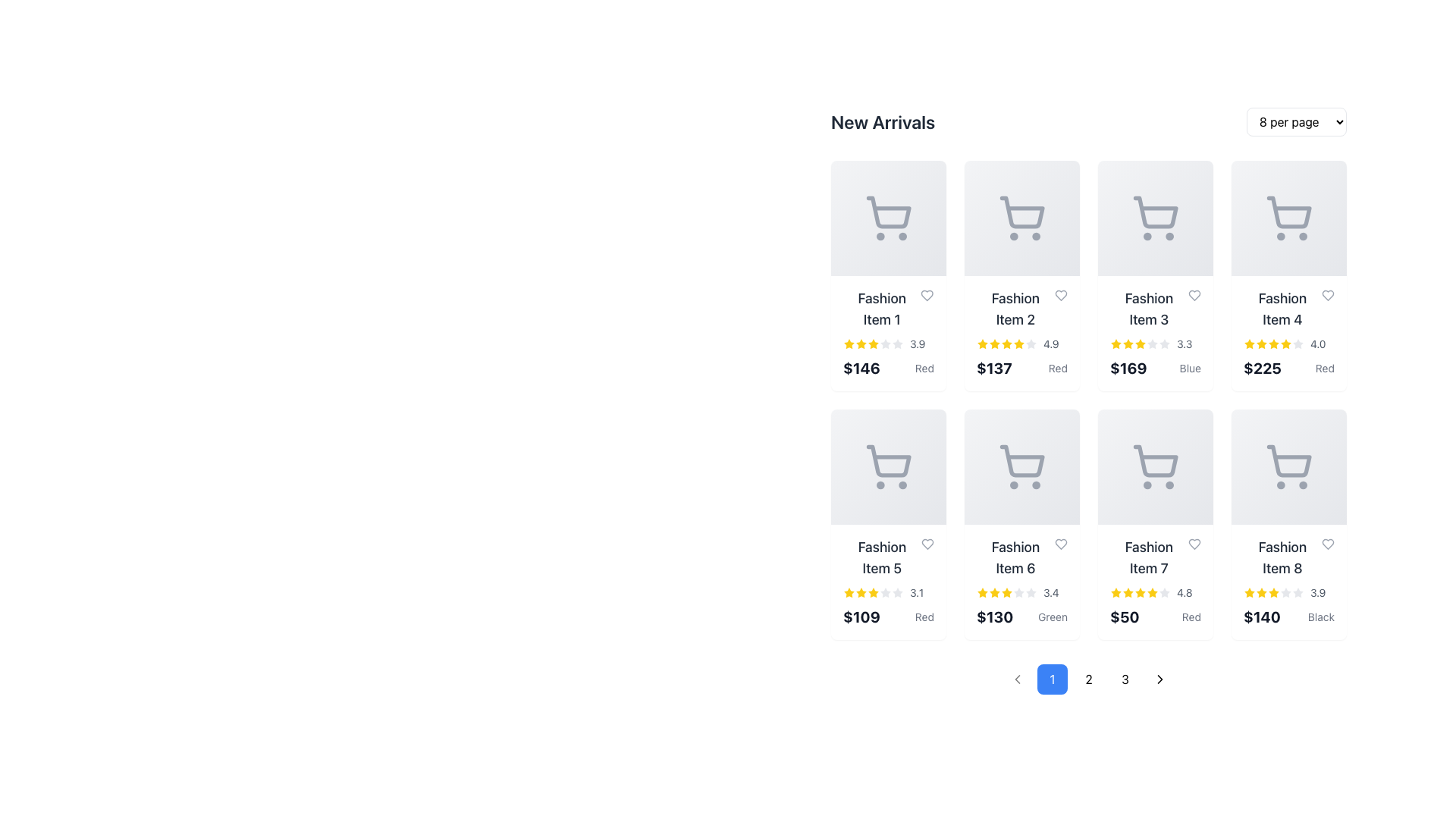  Describe the element at coordinates (1288, 466) in the screenshot. I see `the icon in the card labeled 'Fashion Item 8'` at that location.